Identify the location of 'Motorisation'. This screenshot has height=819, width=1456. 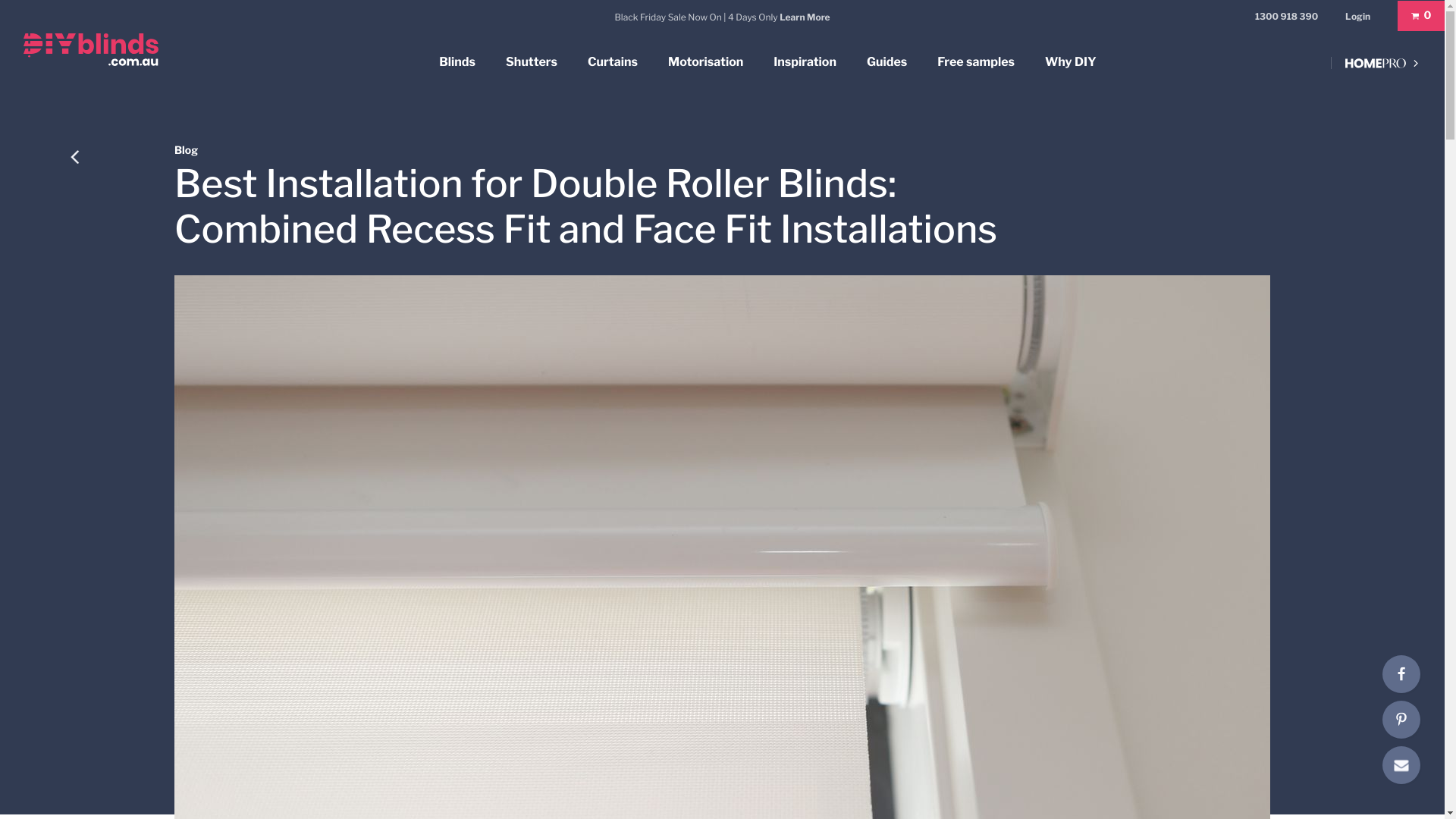
(704, 61).